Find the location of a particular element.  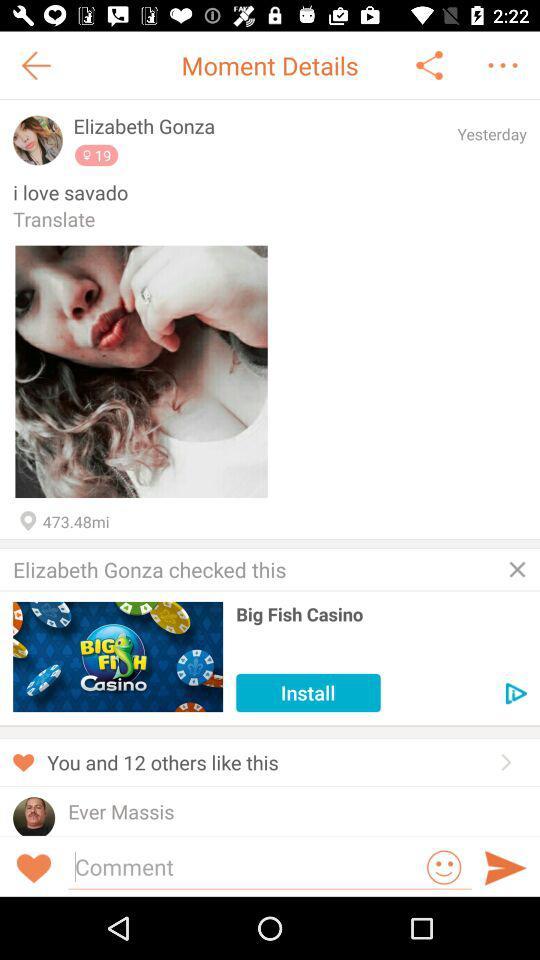

comment input area is located at coordinates (245, 865).